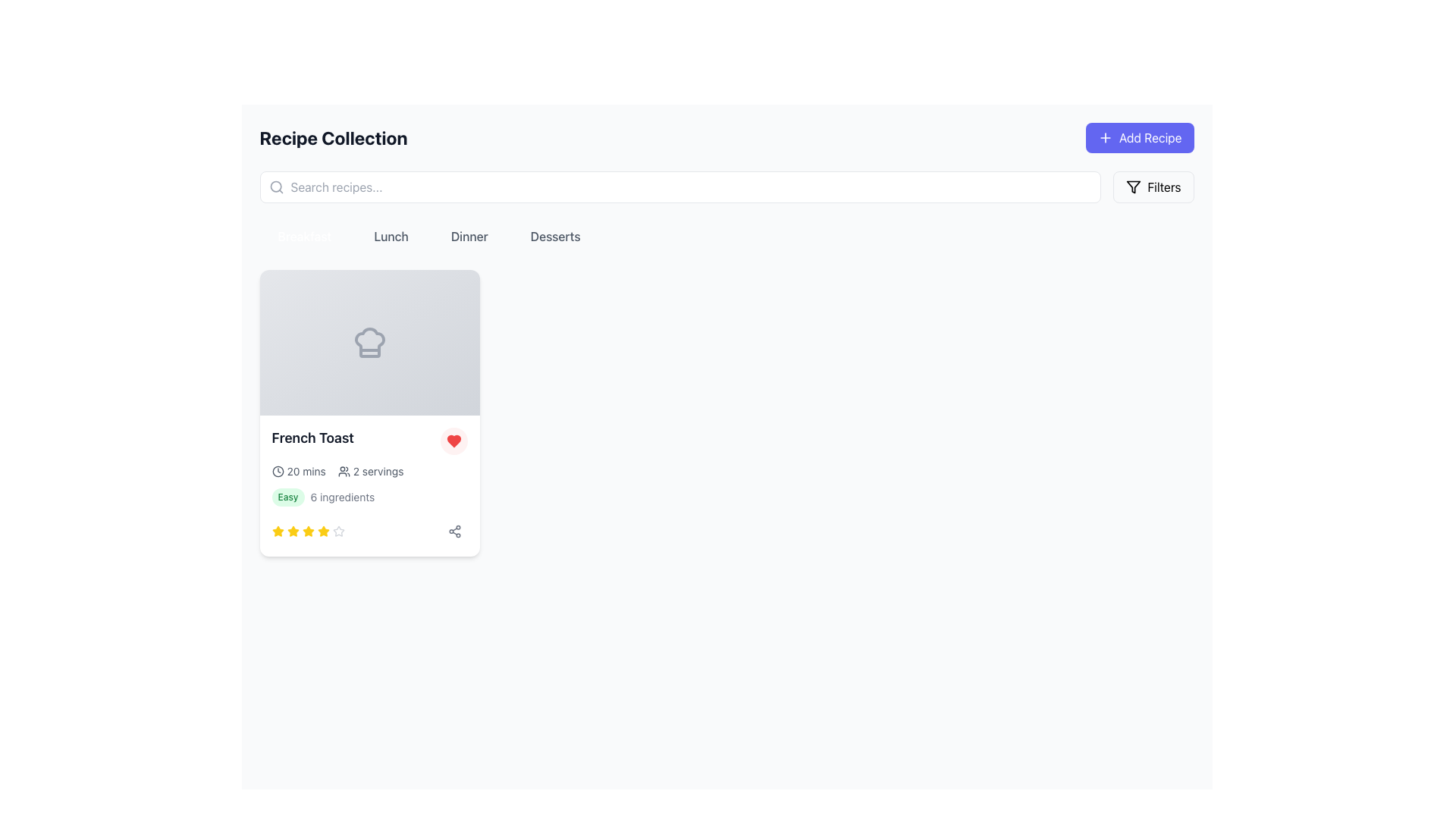 This screenshot has width=1456, height=819. What do you see at coordinates (293, 530) in the screenshot?
I see `the first star in the star rating feature below the card representing 'French Toast'` at bounding box center [293, 530].